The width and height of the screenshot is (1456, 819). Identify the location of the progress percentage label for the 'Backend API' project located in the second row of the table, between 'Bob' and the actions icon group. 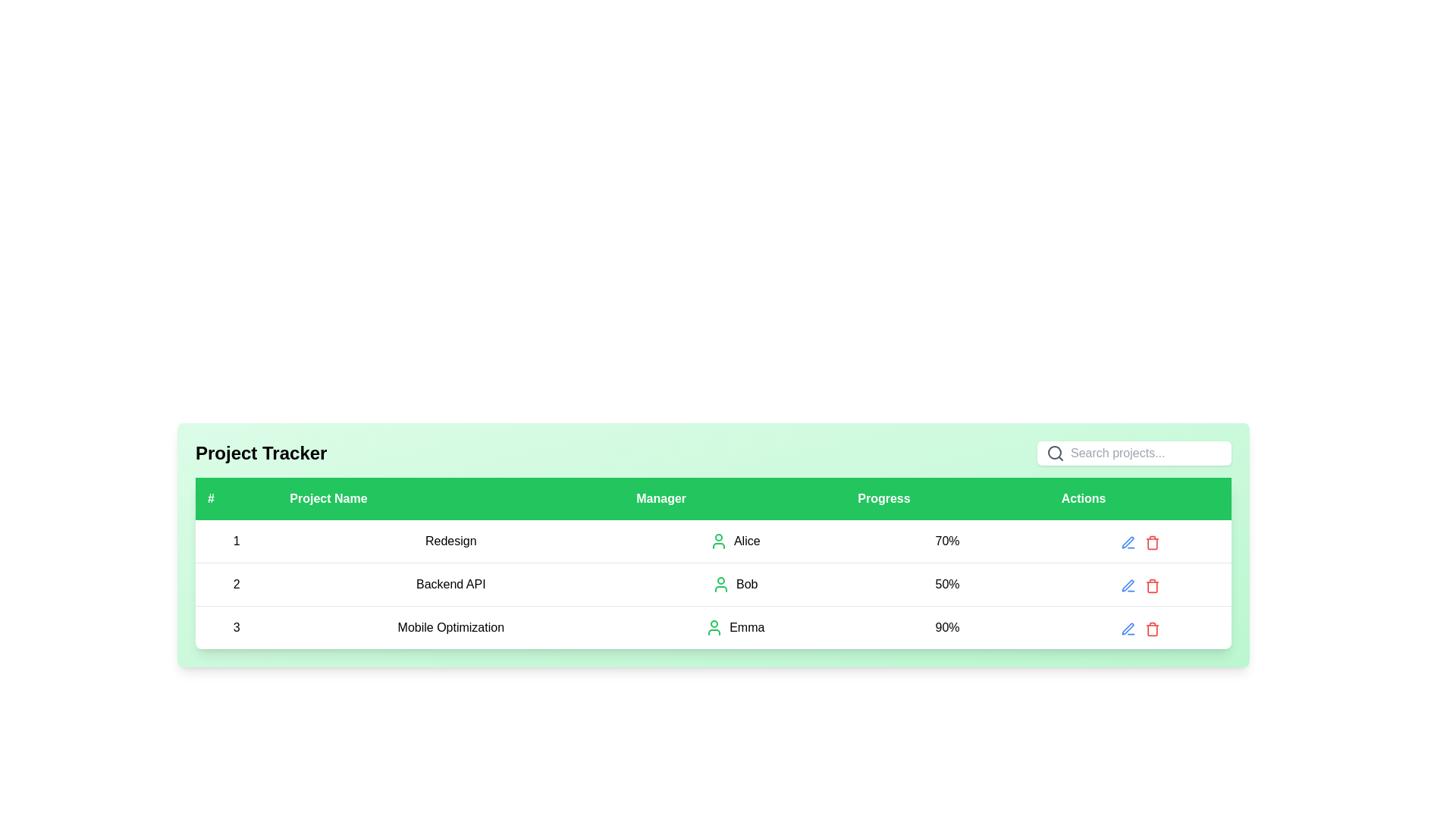
(946, 584).